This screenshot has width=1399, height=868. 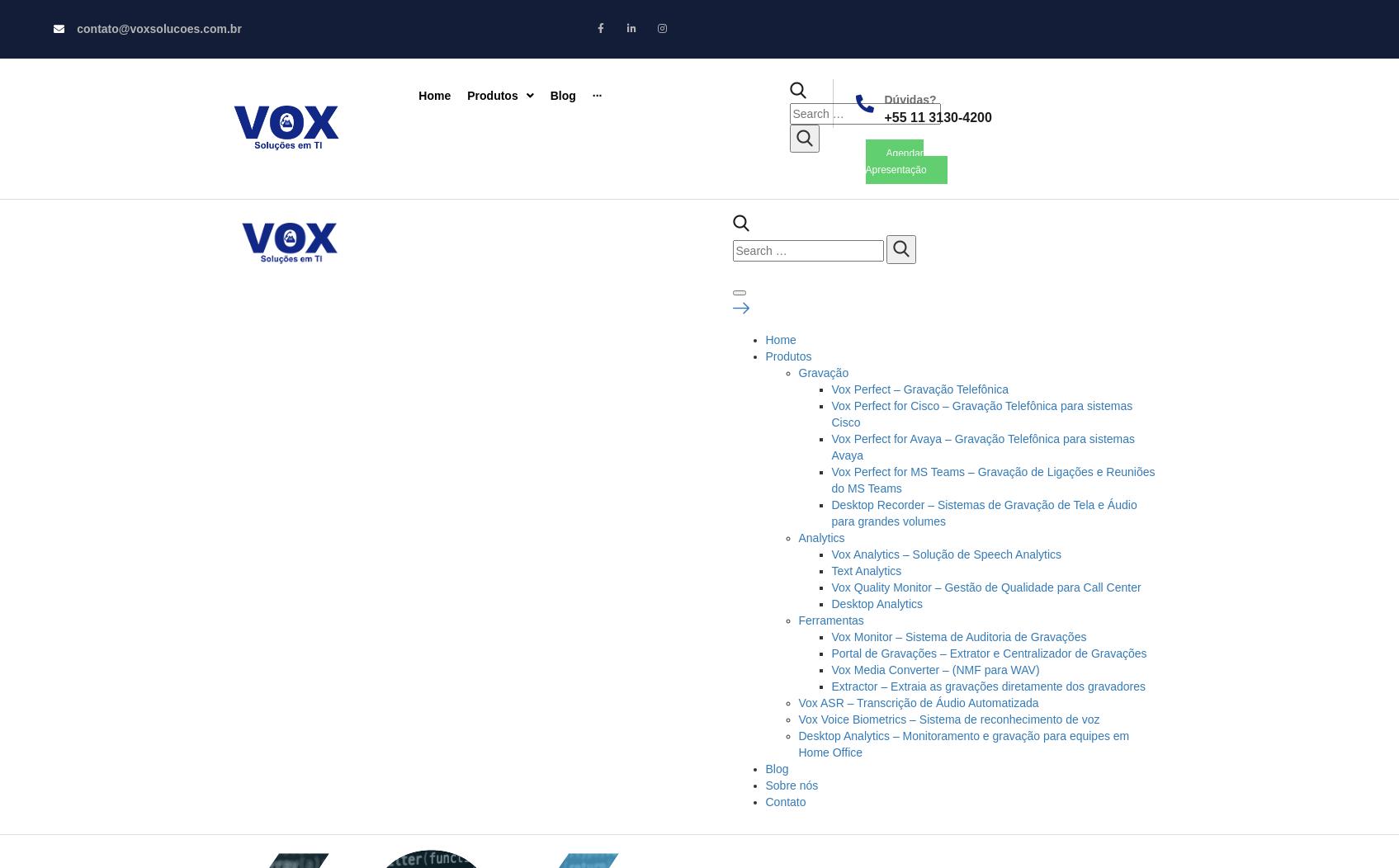 What do you see at coordinates (895, 169) in the screenshot?
I see `'Apresentação'` at bounding box center [895, 169].